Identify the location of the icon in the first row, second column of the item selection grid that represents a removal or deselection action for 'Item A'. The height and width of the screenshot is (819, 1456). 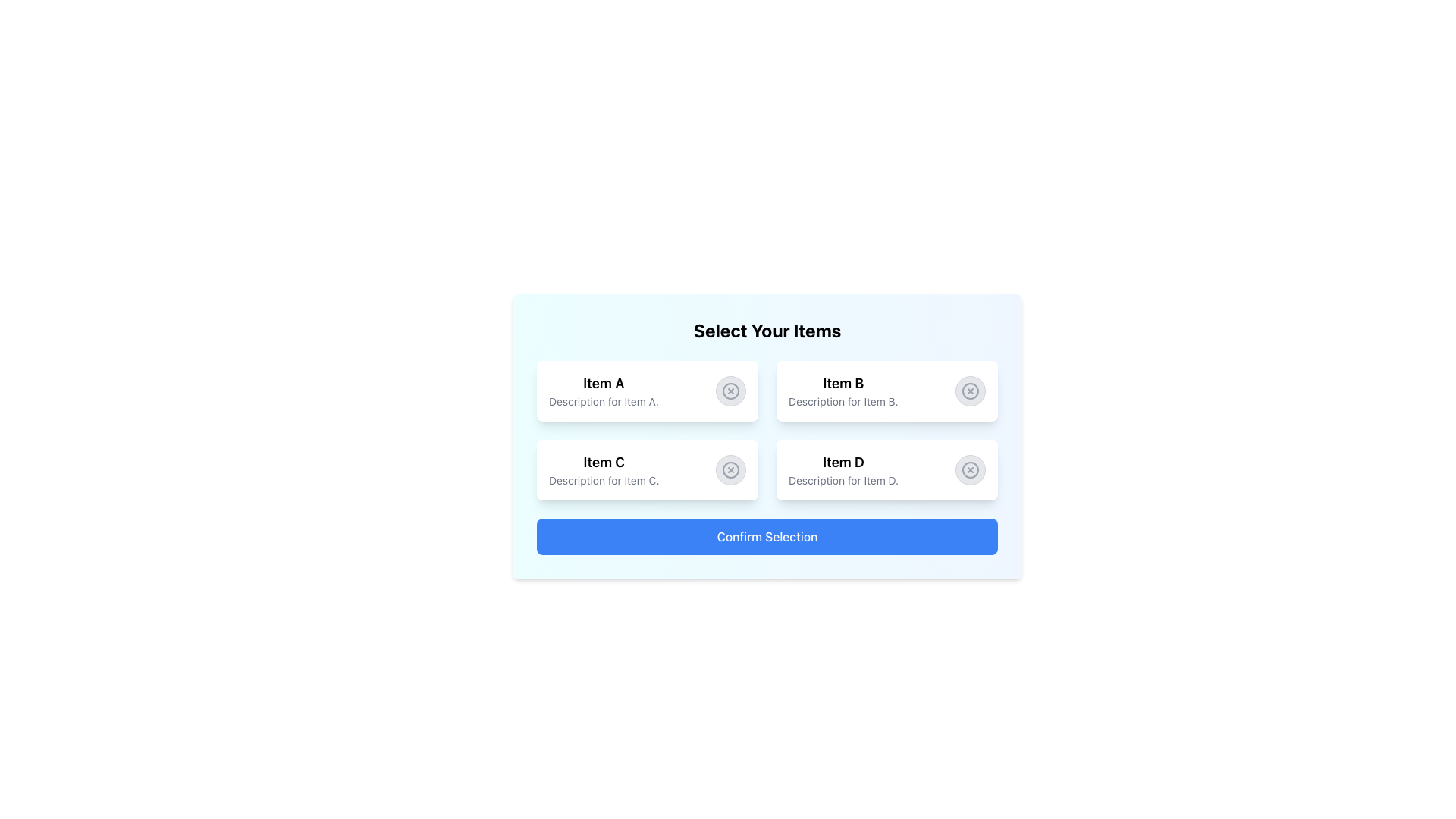
(731, 391).